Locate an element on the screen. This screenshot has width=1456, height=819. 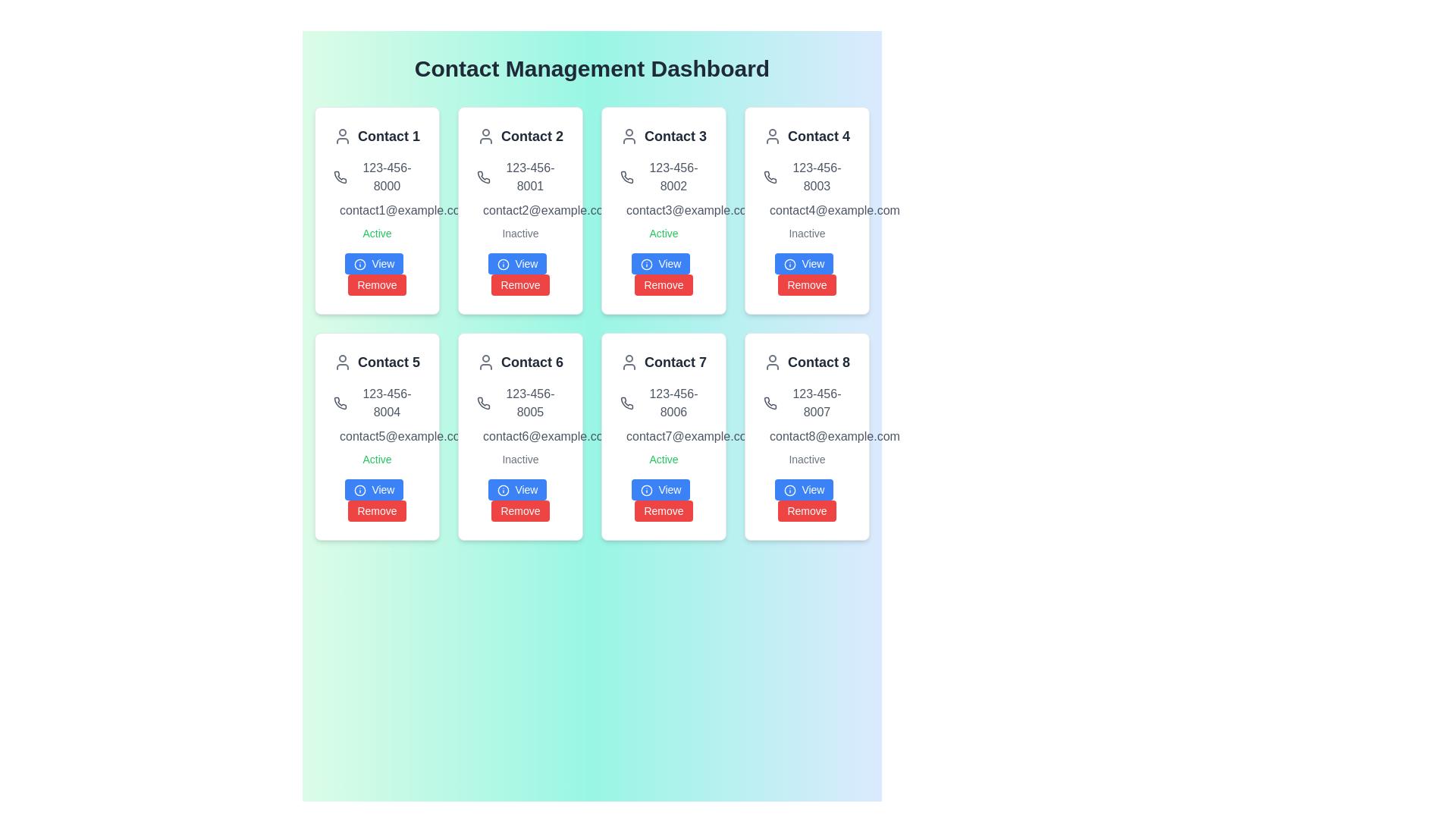
the 'Remove' button located at the bottom of the card for 'Contact 1' is located at coordinates (377, 275).